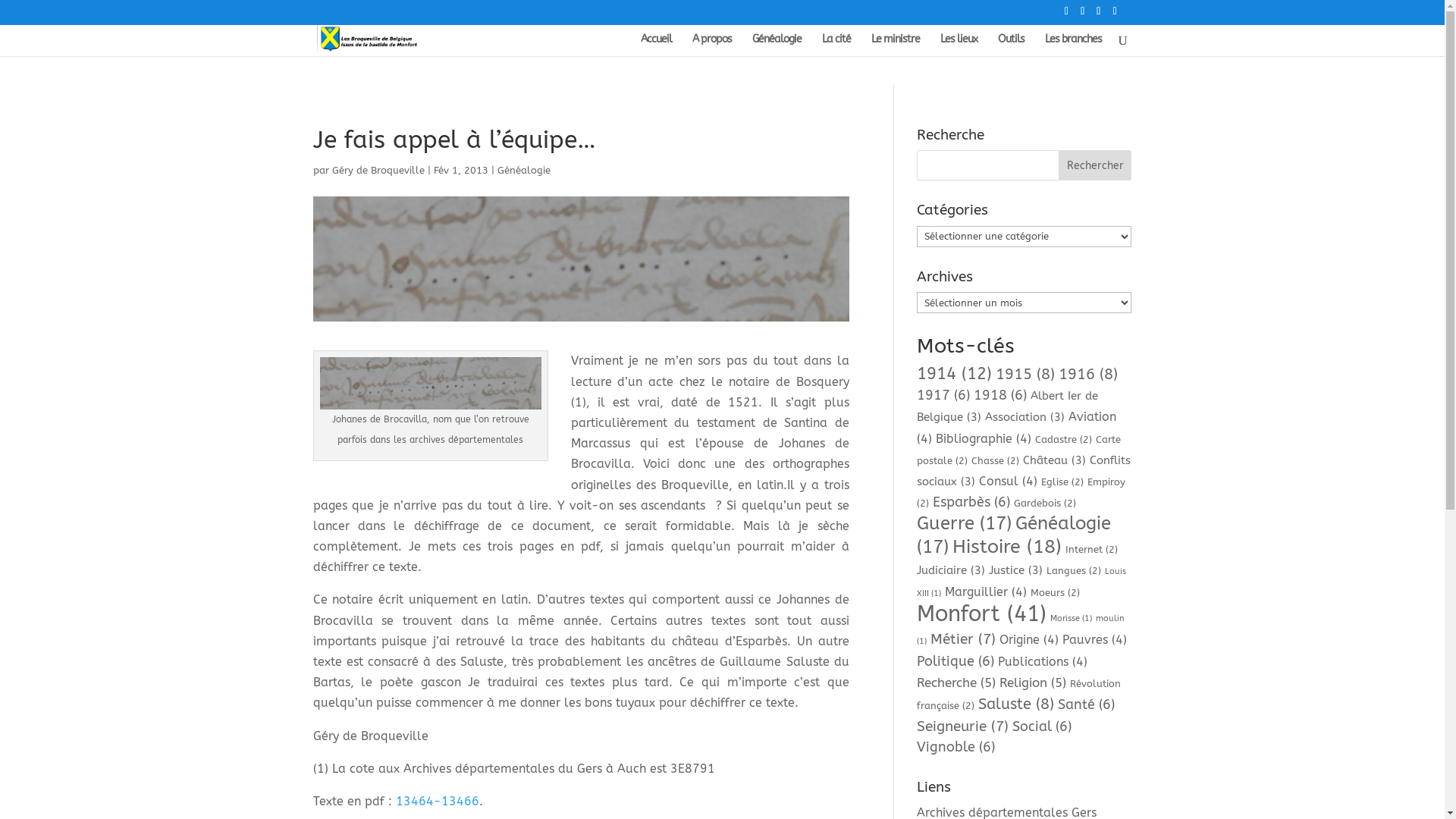 Image resolution: width=1456 pixels, height=819 pixels. I want to click on 'Moeurs (2)', so click(1030, 591).